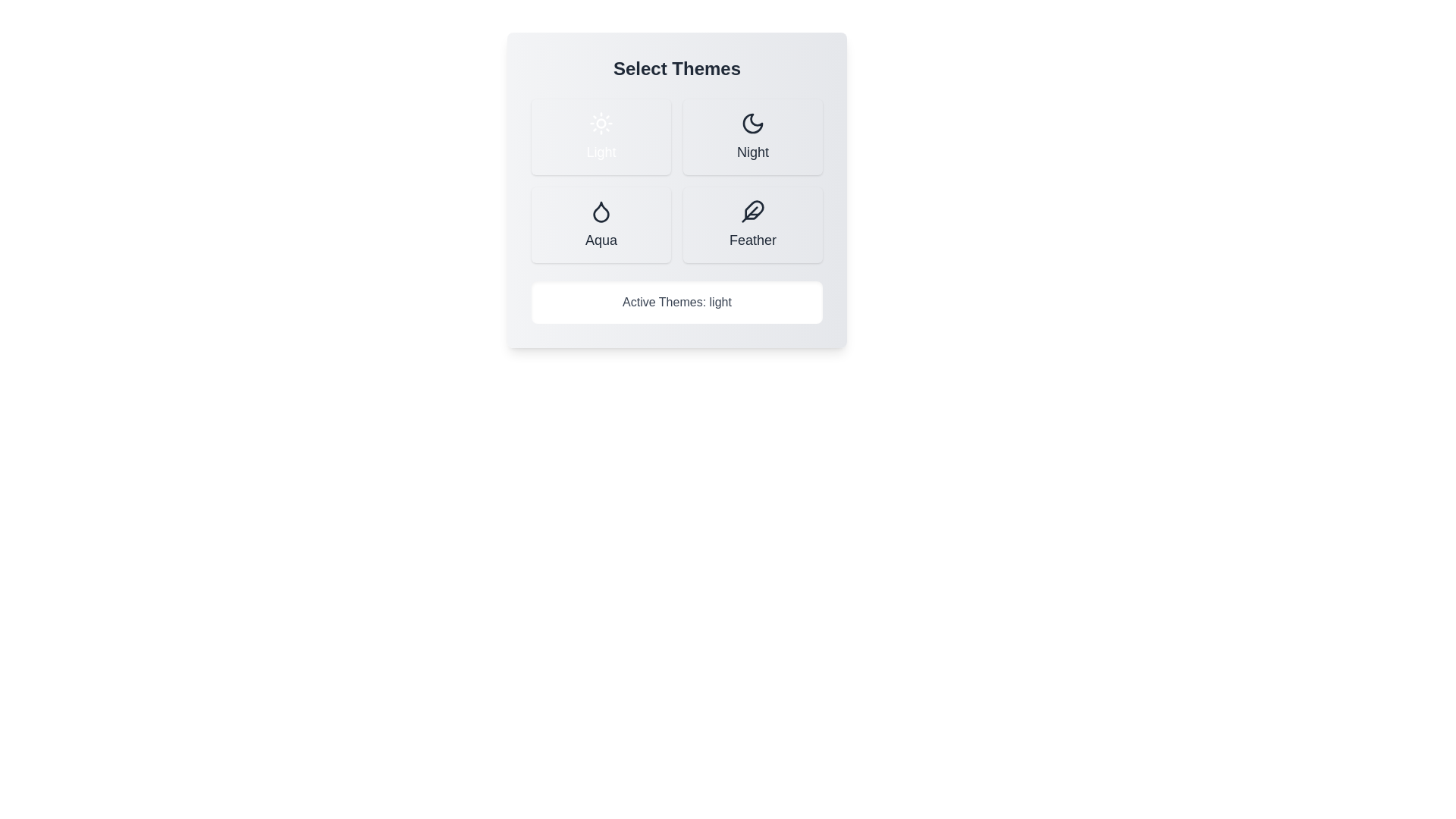 The width and height of the screenshot is (1456, 819). I want to click on the text 'Active Themes: light' to select it, so click(676, 302).